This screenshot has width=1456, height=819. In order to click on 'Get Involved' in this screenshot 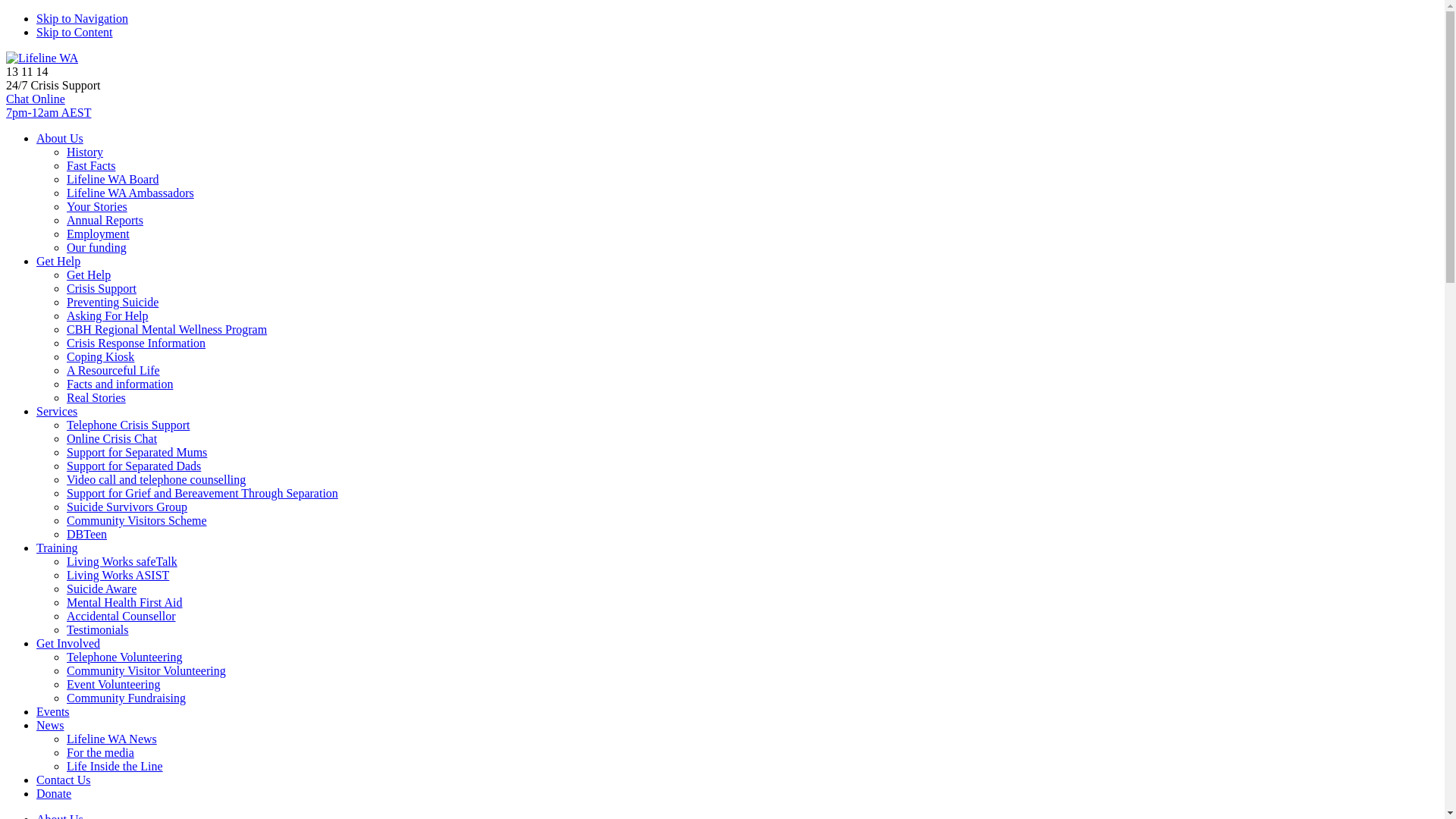, I will do `click(67, 643)`.